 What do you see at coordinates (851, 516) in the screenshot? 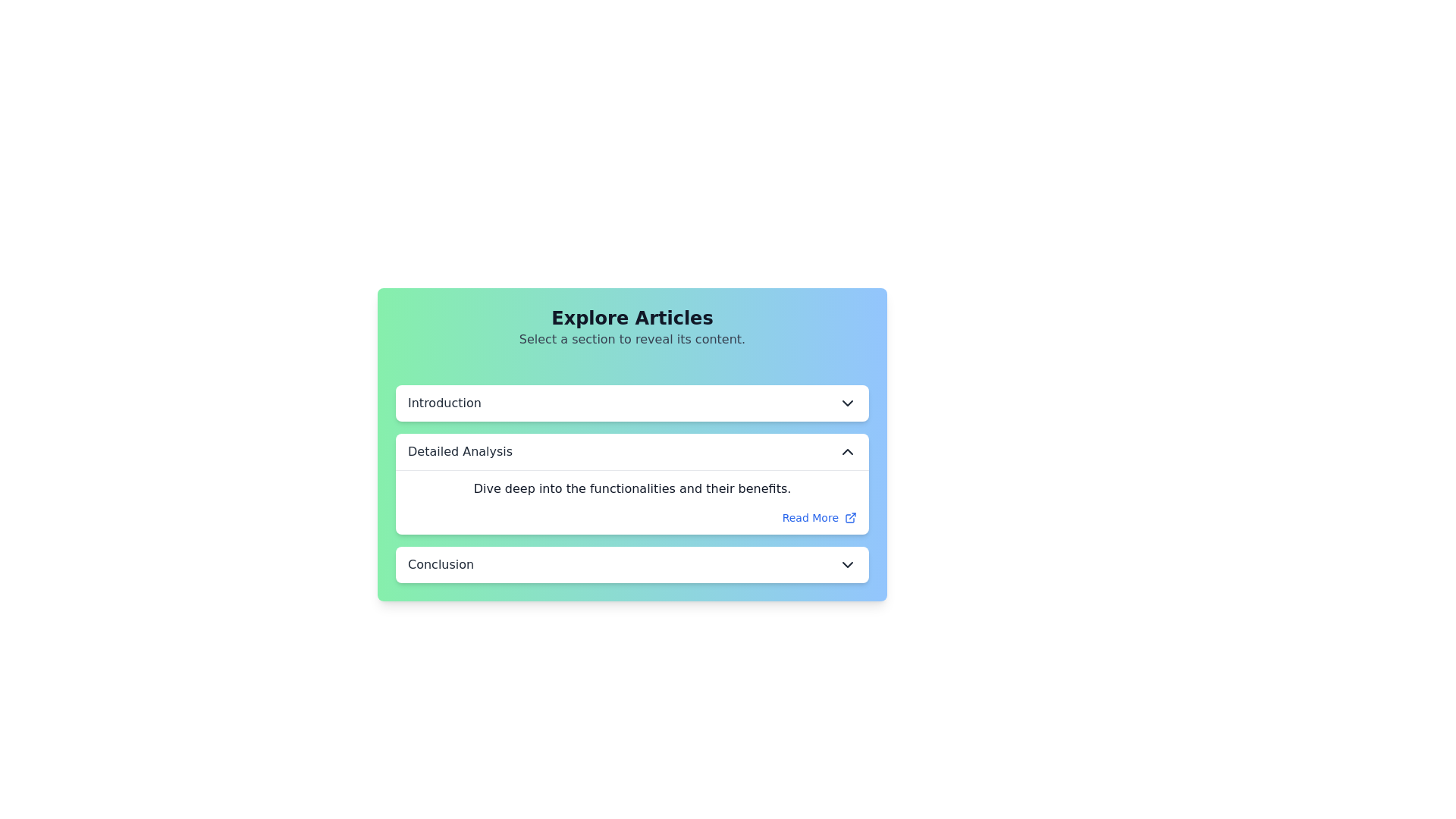
I see `the external link icon, which is rendered in blue and located immediately adjacent to the 'Read More' text link in the 'Detailed Analysis' section of the content card under the title 'Explore Articles'` at bounding box center [851, 516].